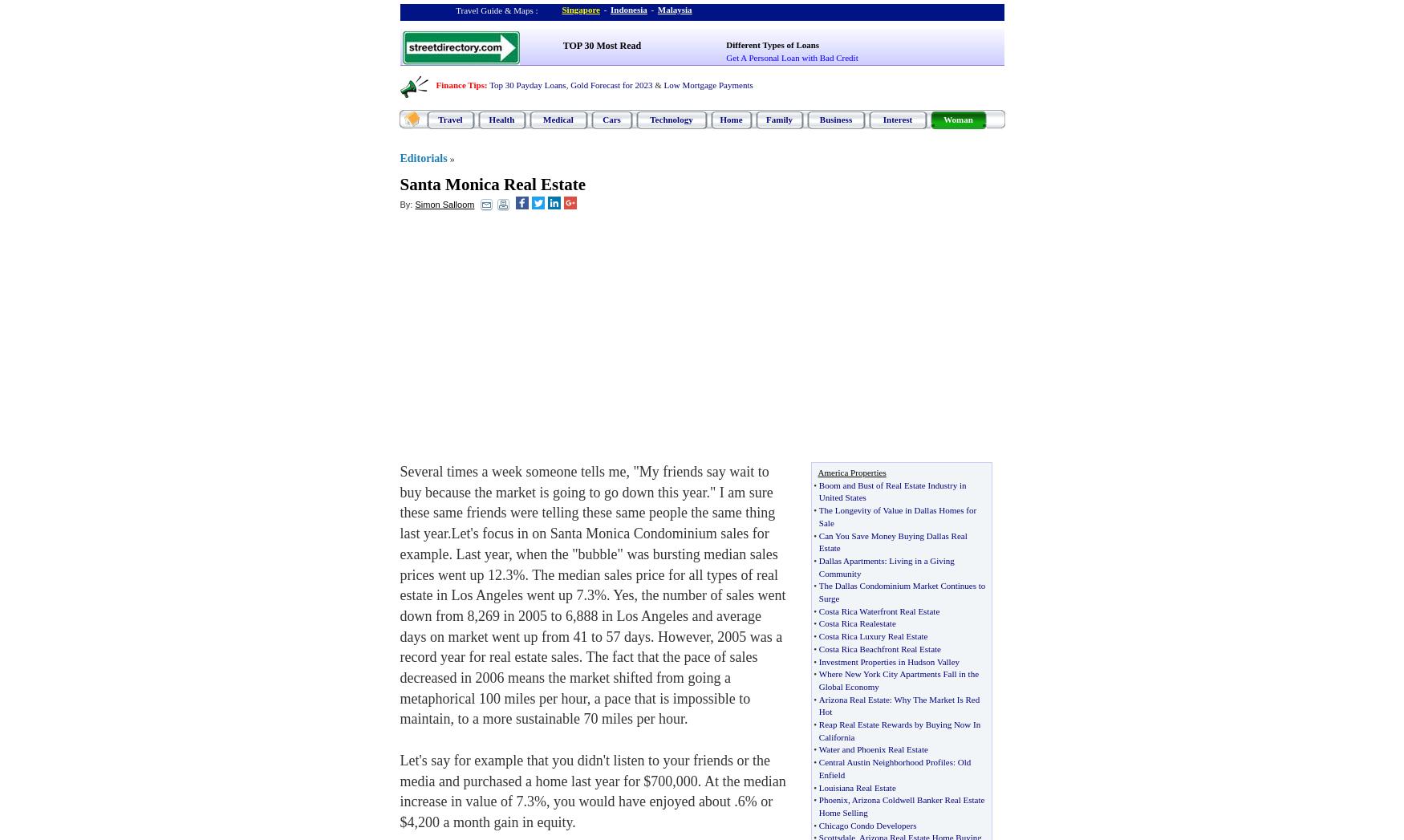 The width and height of the screenshot is (1404, 840). Describe the element at coordinates (773, 45) in the screenshot. I see `'Different Types of Loans'` at that location.